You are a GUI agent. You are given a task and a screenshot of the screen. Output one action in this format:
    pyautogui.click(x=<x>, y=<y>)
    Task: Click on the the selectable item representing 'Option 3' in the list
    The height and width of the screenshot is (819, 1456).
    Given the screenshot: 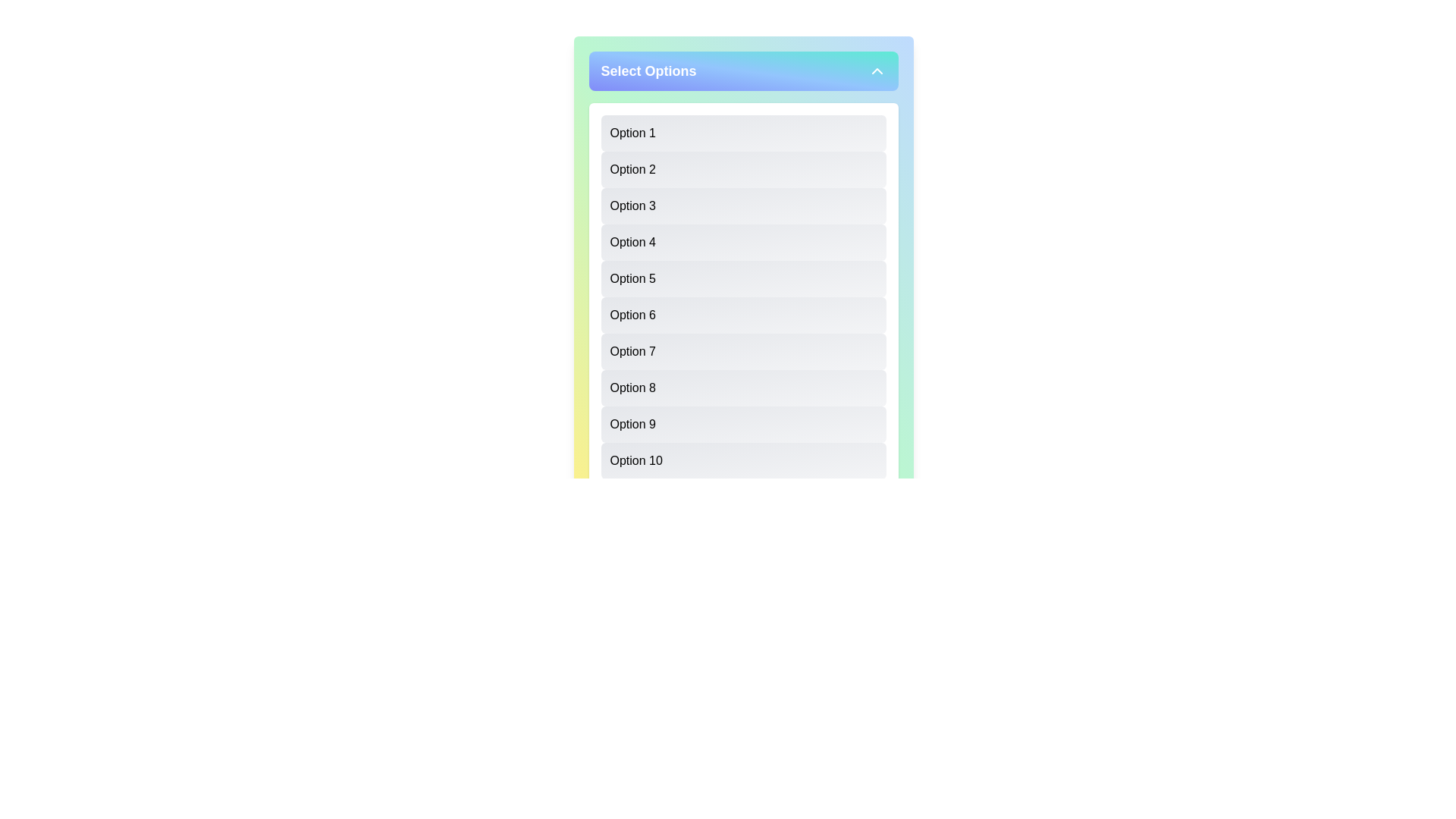 What is the action you would take?
    pyautogui.click(x=743, y=206)
    